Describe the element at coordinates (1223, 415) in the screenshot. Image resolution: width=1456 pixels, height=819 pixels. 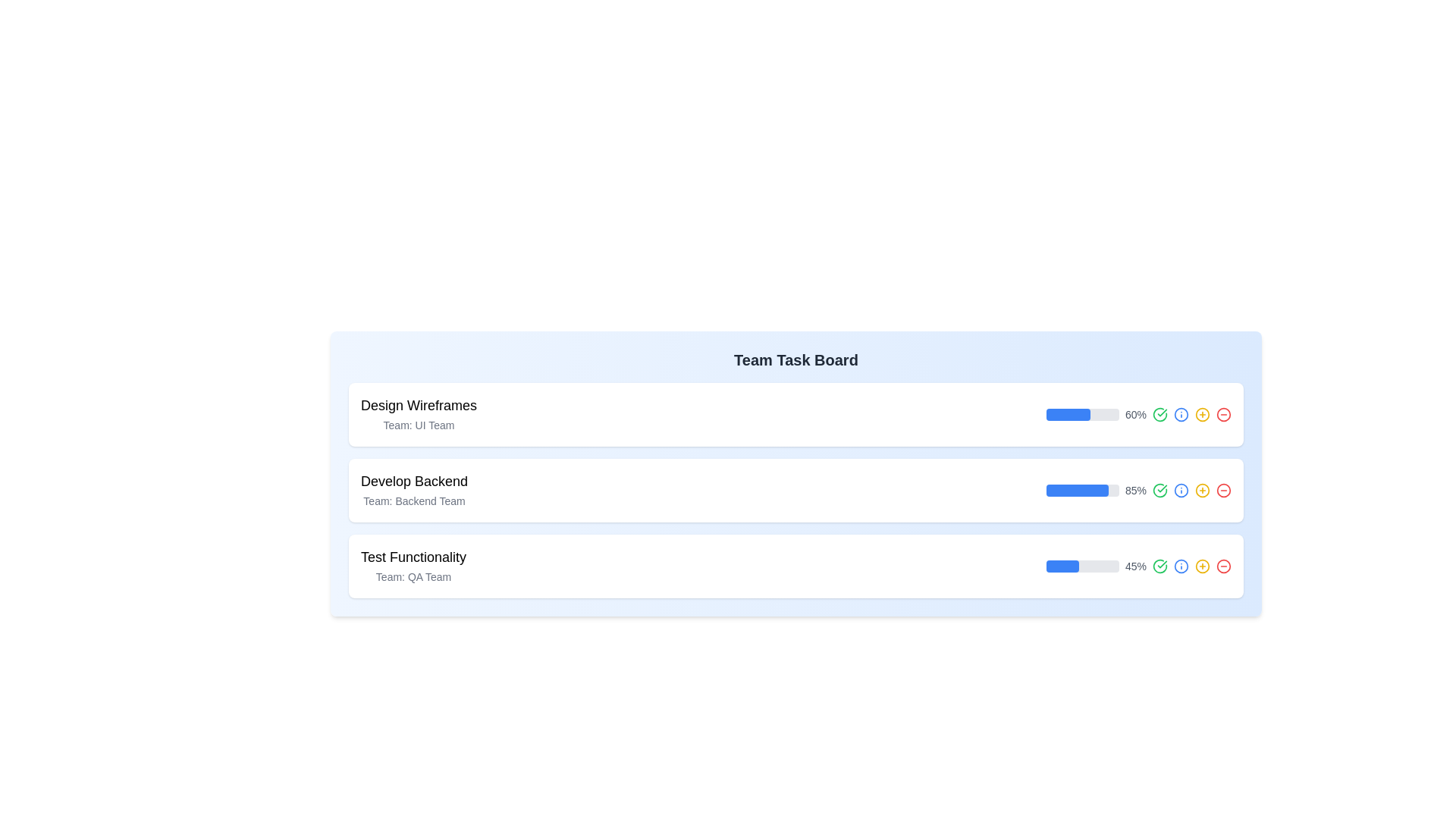
I see `the circular red outlined button with a red minus symbol` at that location.